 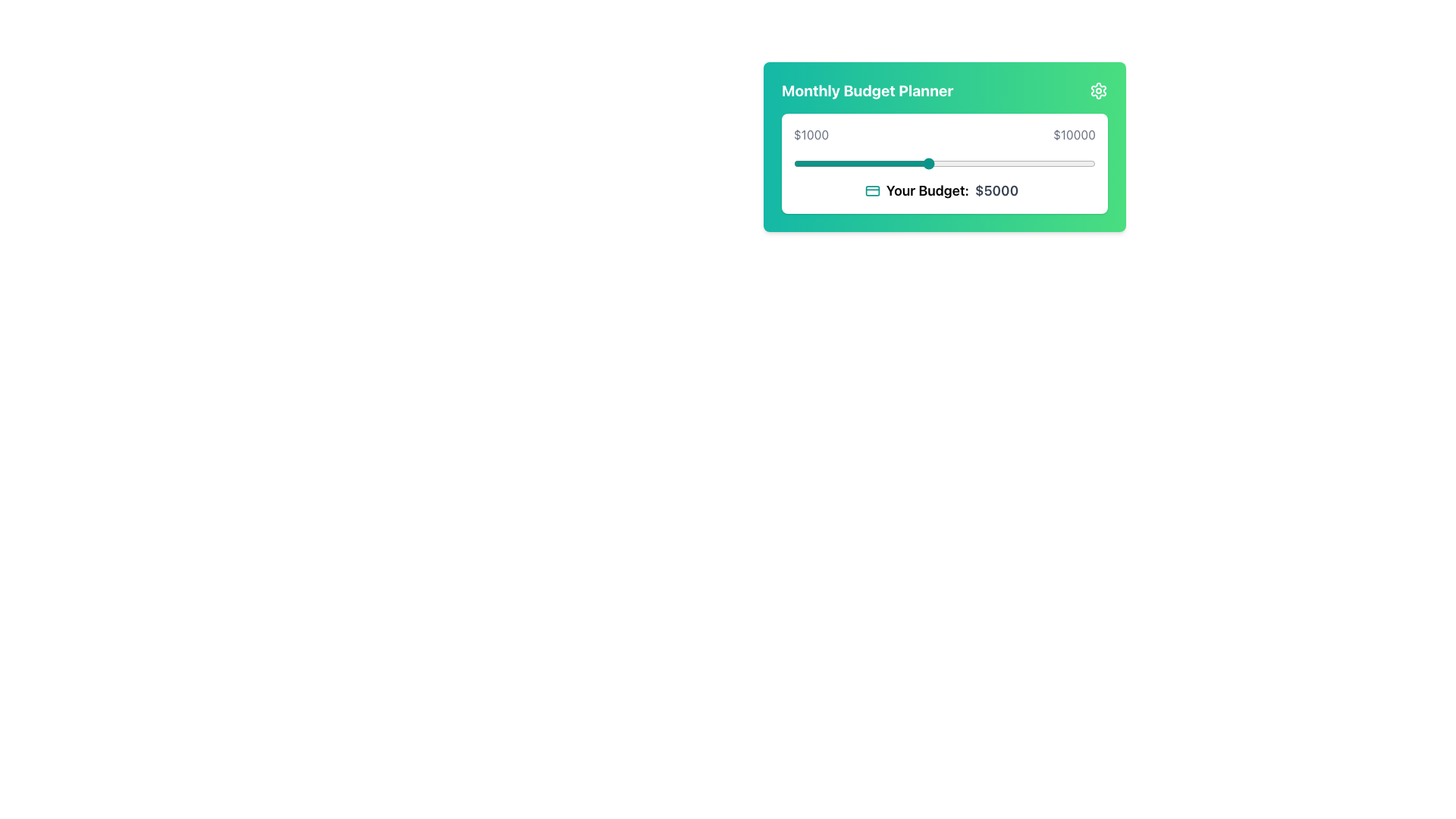 I want to click on the budget, so click(x=883, y=164).